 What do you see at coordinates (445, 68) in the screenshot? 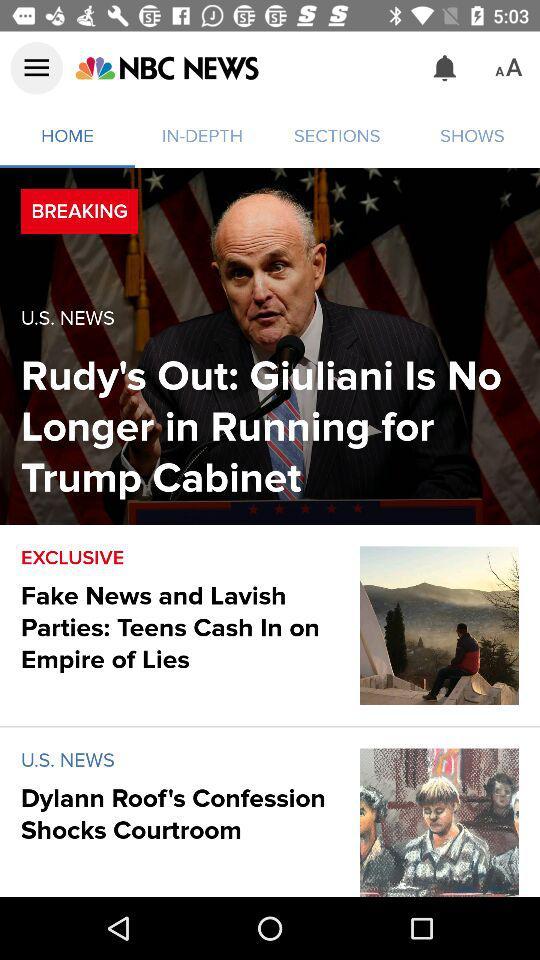
I see `the item next to the sections item` at bounding box center [445, 68].